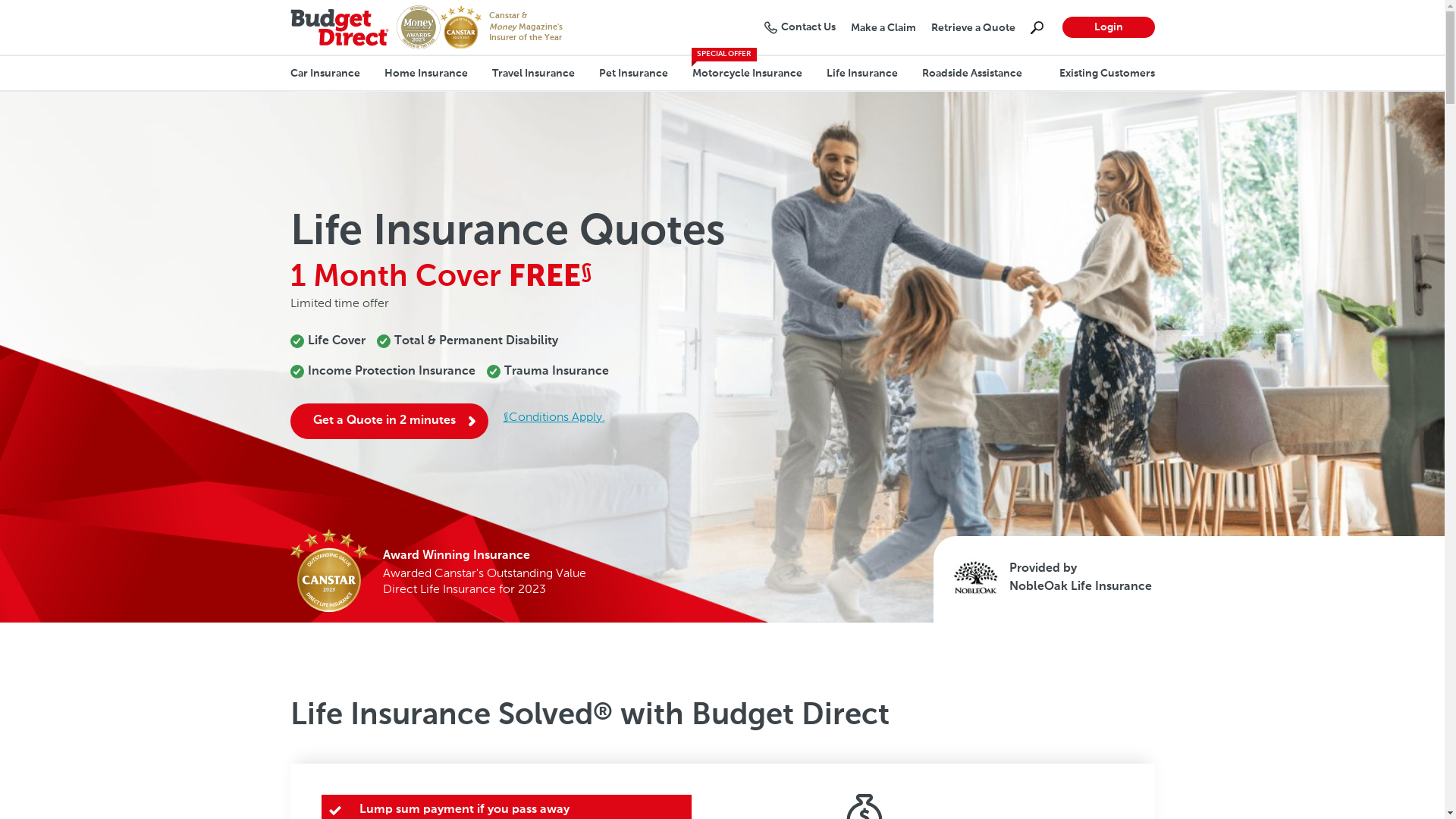  I want to click on 'Car Insurance', so click(290, 74).